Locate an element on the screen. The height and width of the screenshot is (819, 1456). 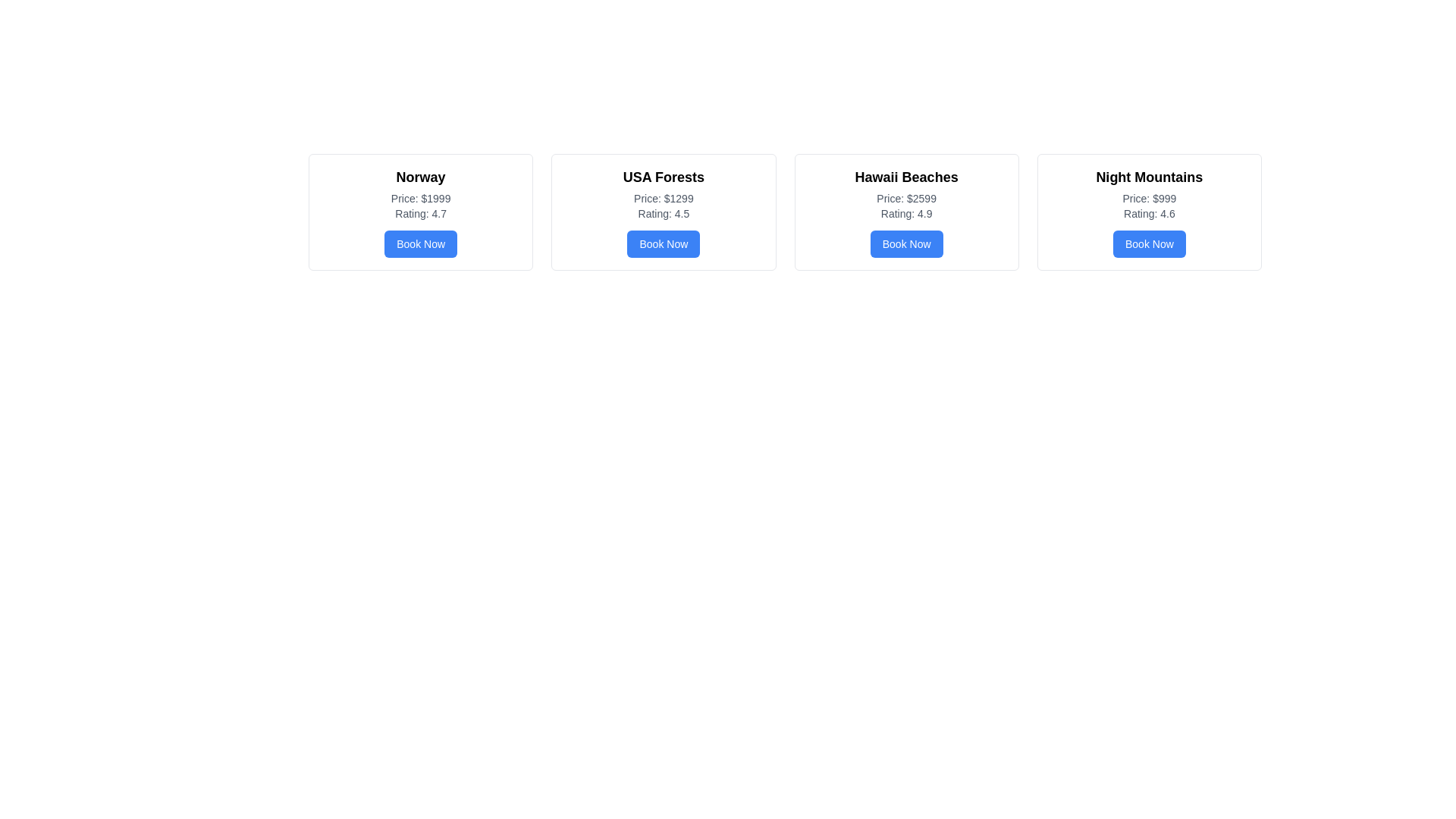
the button to initiate the booking process for the 'Hawaii Beaches' offering, located below the 'Rating: 4.9' text in the third card of the horizontal list is located at coordinates (906, 243).